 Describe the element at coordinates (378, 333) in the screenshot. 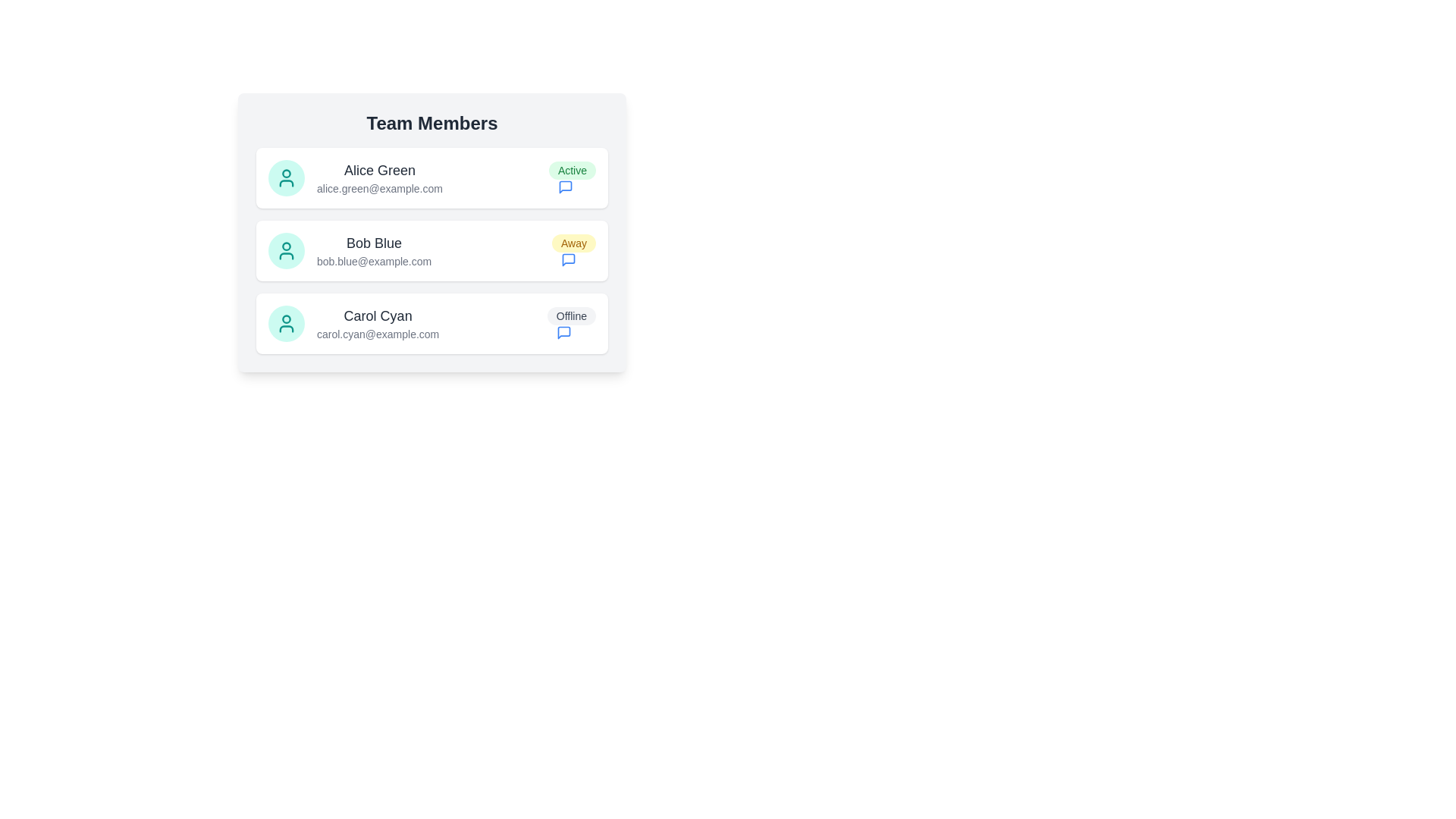

I see `the email address text label 'carol.cyan@example.com' located beneath the name 'Carol Cyan'` at that location.